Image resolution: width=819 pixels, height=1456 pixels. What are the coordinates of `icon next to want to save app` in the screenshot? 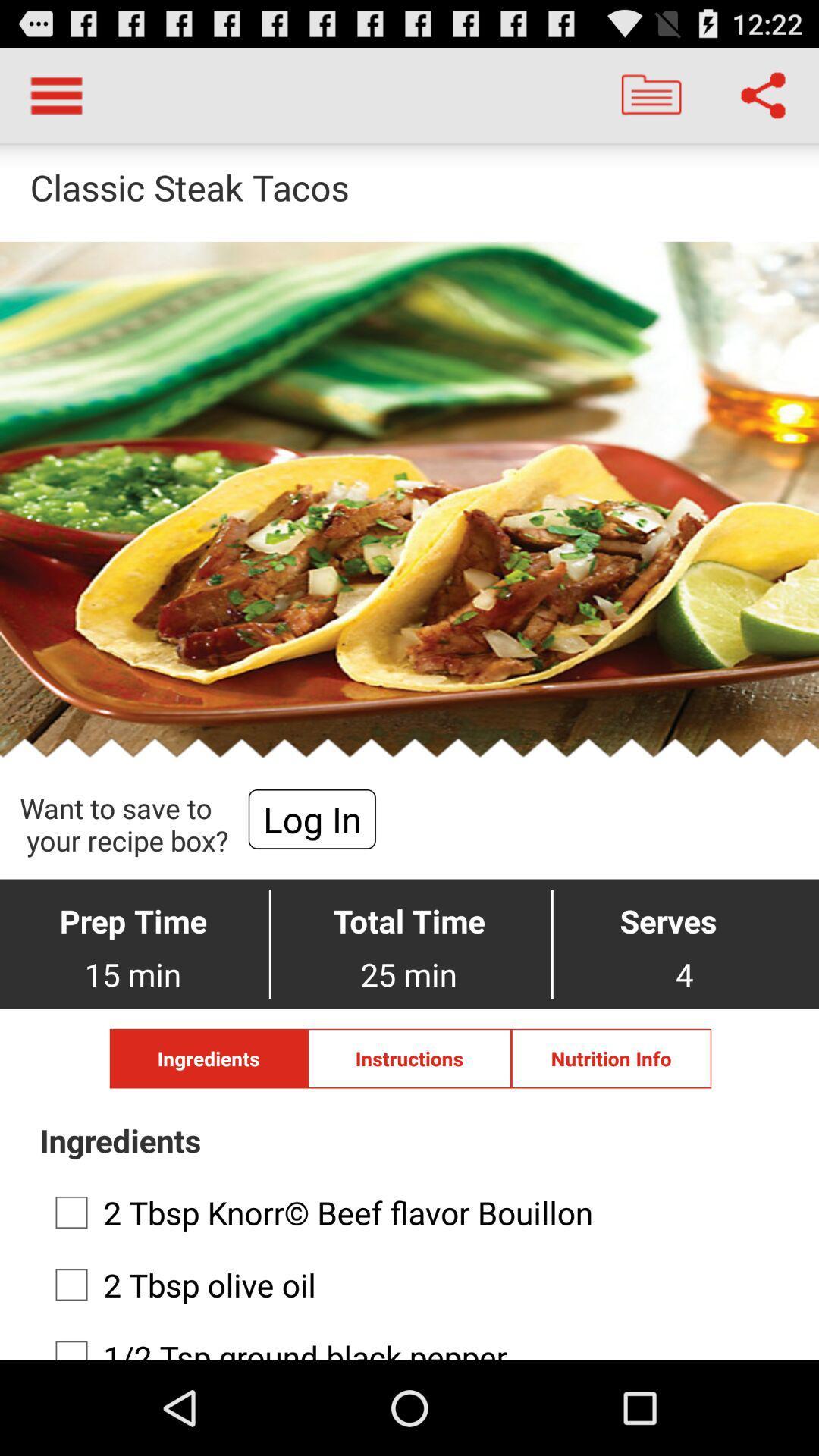 It's located at (311, 818).